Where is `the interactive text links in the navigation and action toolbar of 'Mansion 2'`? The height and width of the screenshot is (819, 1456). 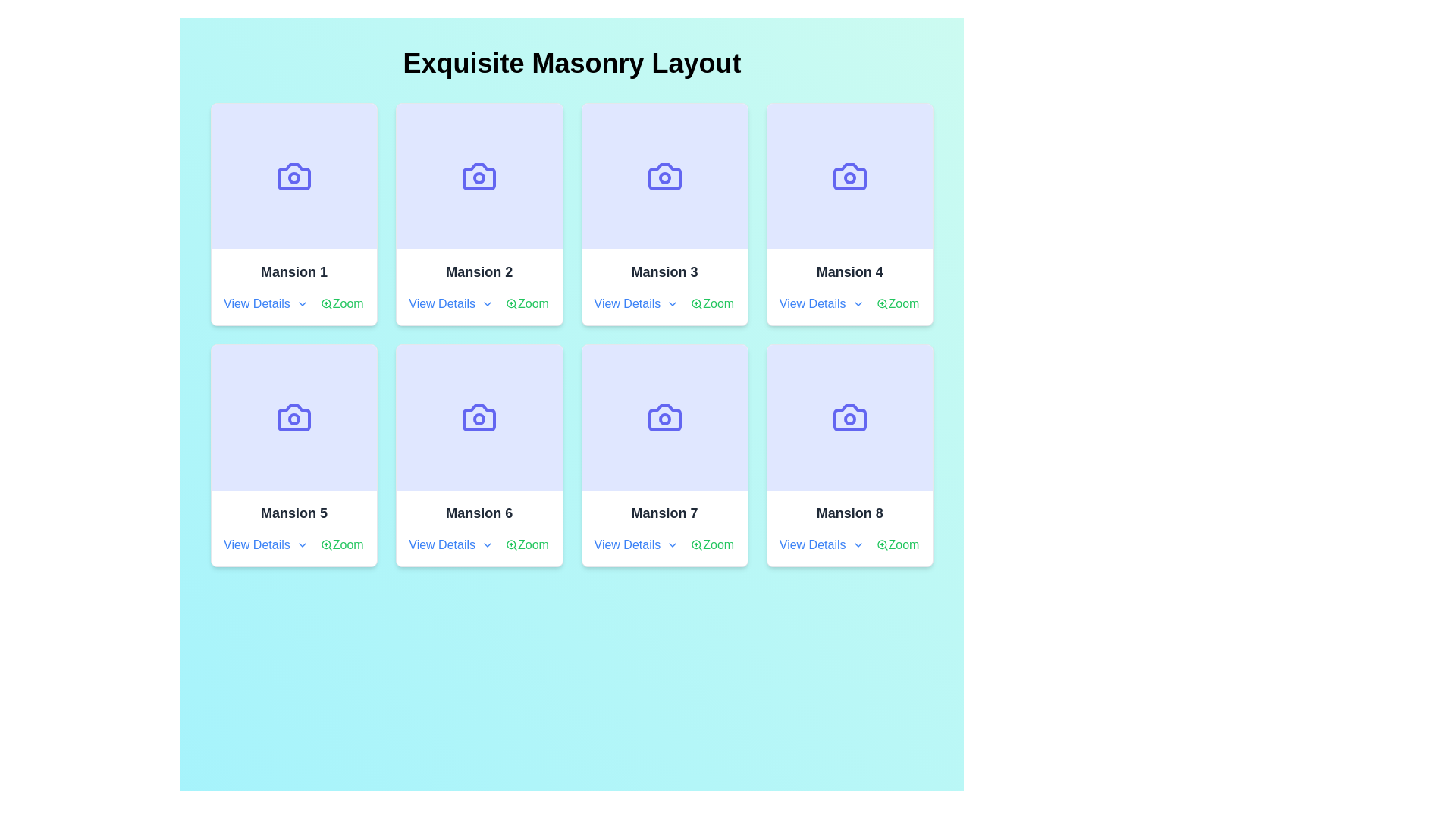 the interactive text links in the navigation and action toolbar of 'Mansion 2' is located at coordinates (479, 304).